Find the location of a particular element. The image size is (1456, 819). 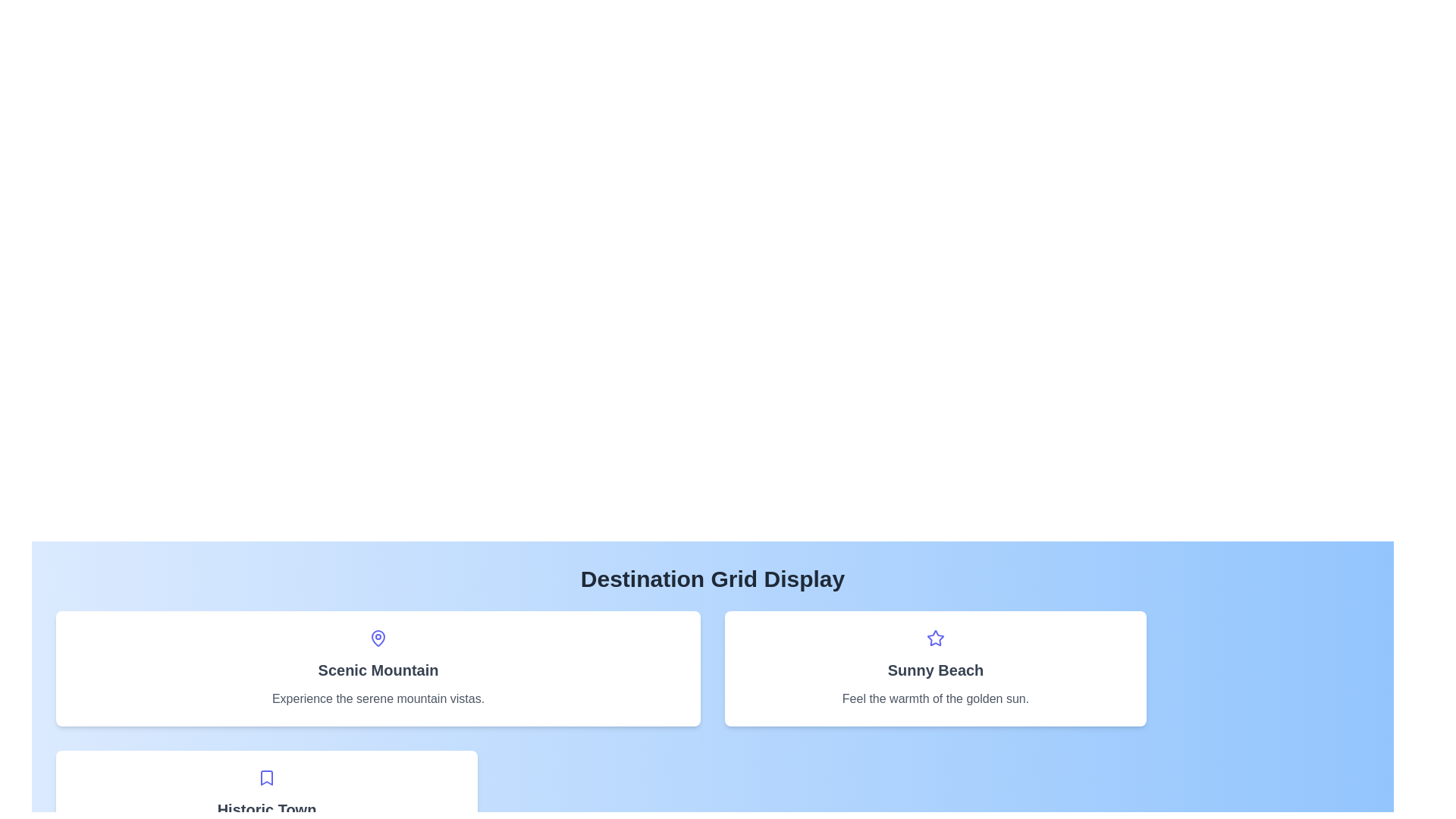

the 'Scenic Mountain' Information Card located in the top-left corner of the grid is located at coordinates (378, 668).